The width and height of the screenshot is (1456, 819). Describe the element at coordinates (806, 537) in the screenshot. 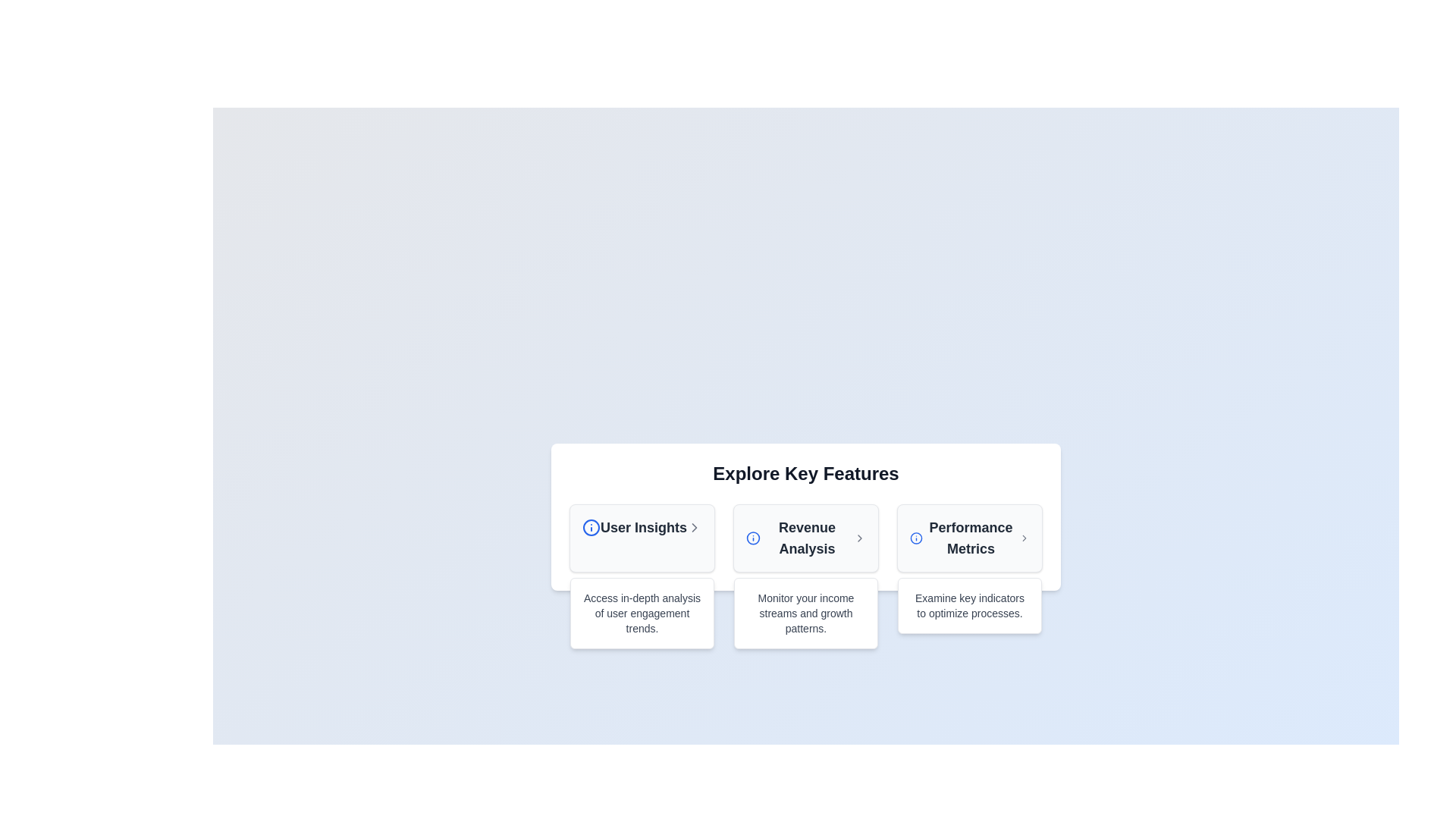

I see `the 'Revenue Analysis' text label, which is the second card in a group of three under 'Explore Key Features'` at that location.